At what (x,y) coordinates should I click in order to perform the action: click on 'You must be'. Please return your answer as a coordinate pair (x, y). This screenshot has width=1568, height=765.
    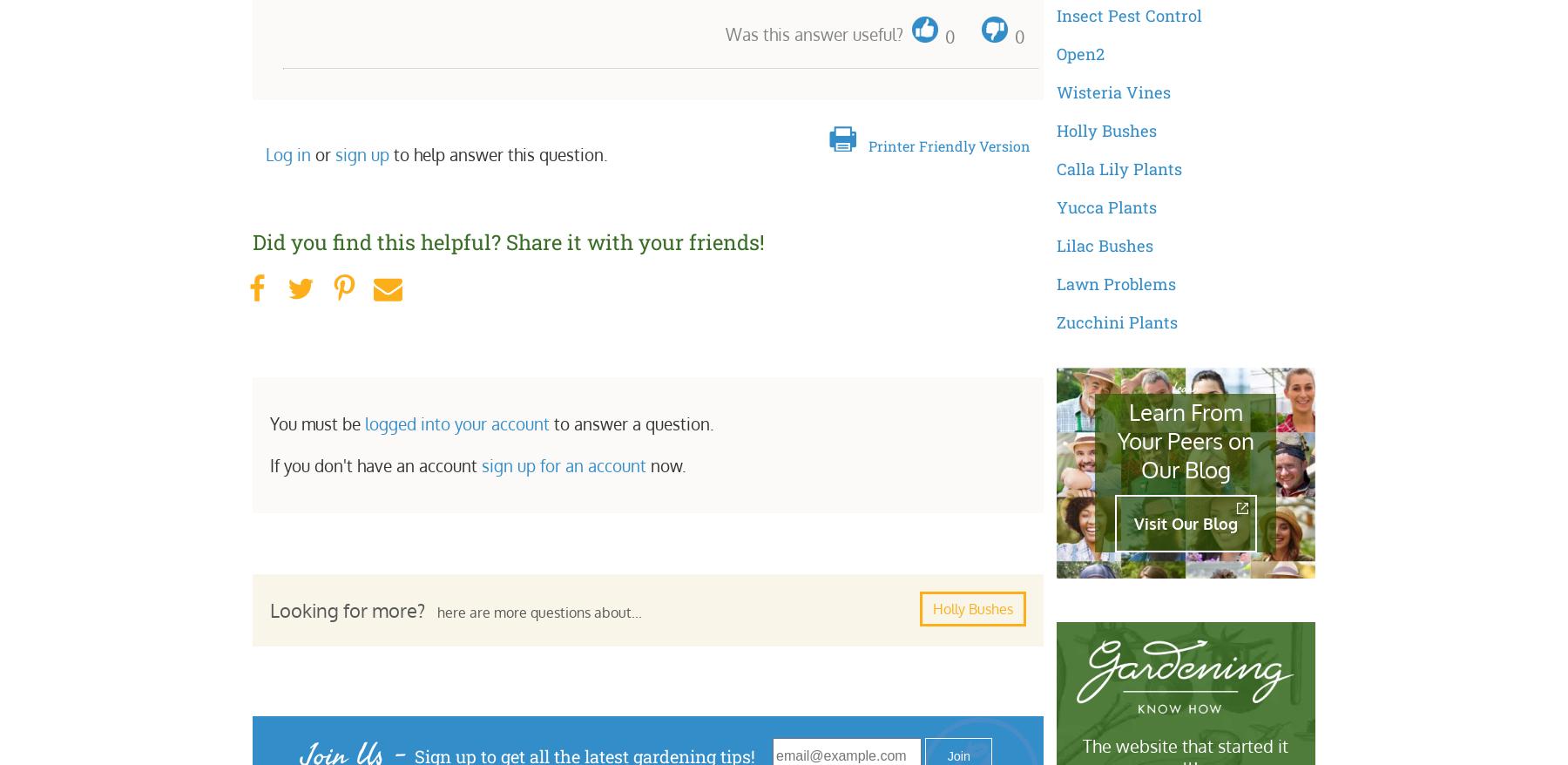
    Looking at the image, I should click on (317, 423).